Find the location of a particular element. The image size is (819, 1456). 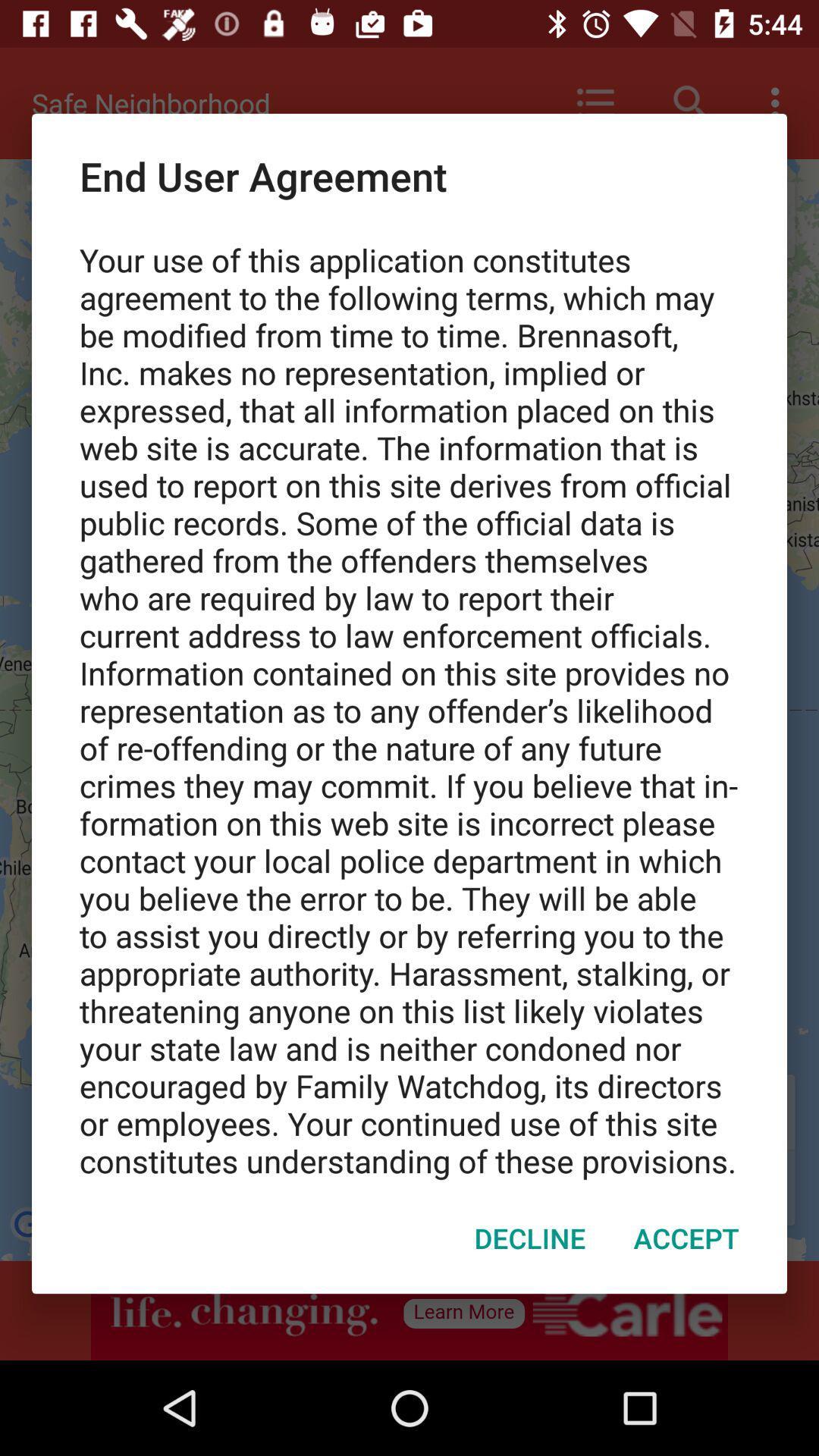

the item next to decline icon is located at coordinates (686, 1238).